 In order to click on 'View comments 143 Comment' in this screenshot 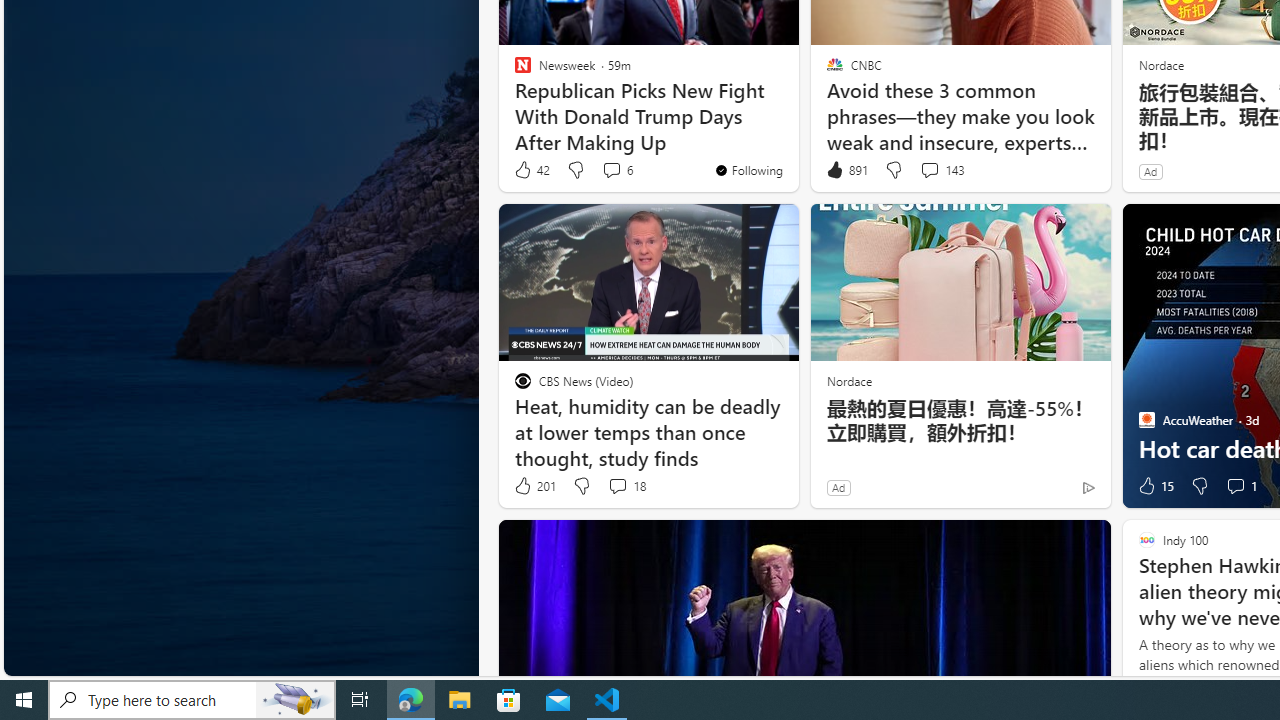, I will do `click(941, 169)`.